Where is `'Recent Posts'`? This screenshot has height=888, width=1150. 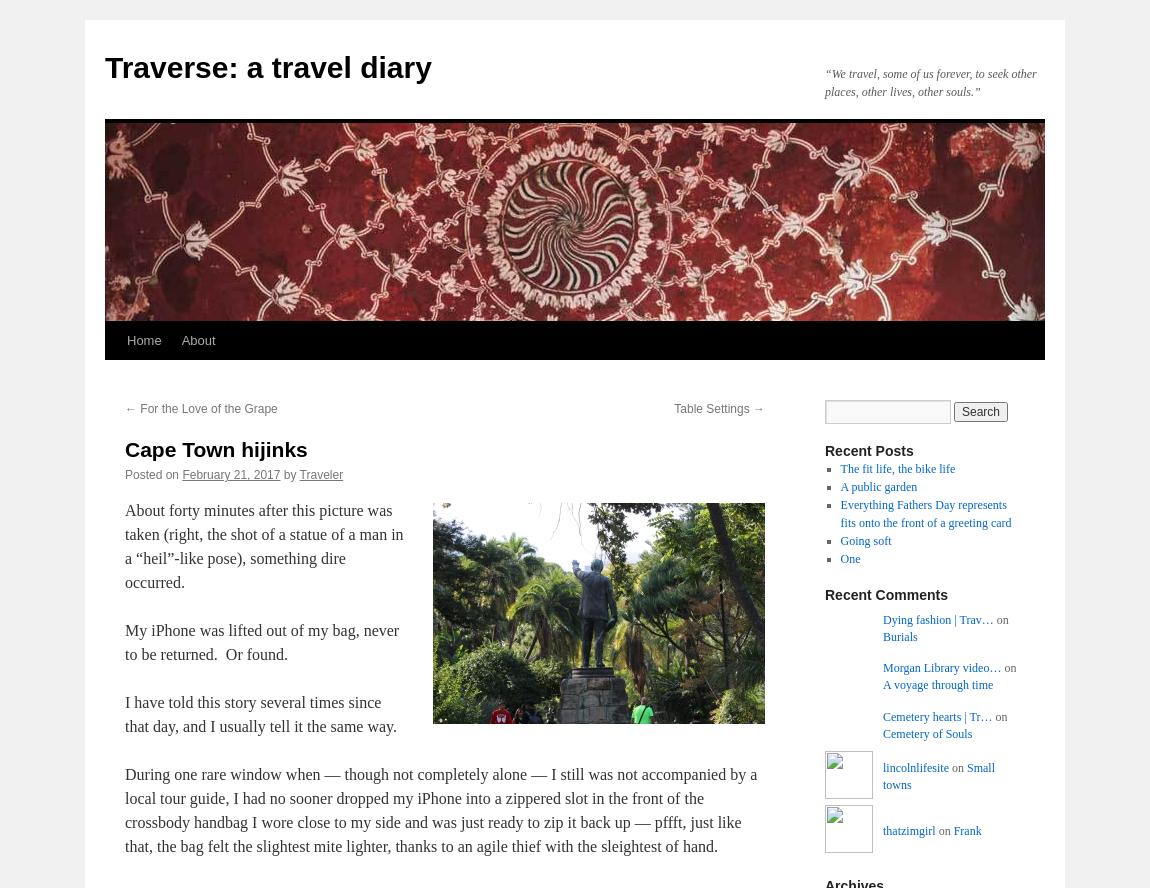 'Recent Posts' is located at coordinates (869, 451).